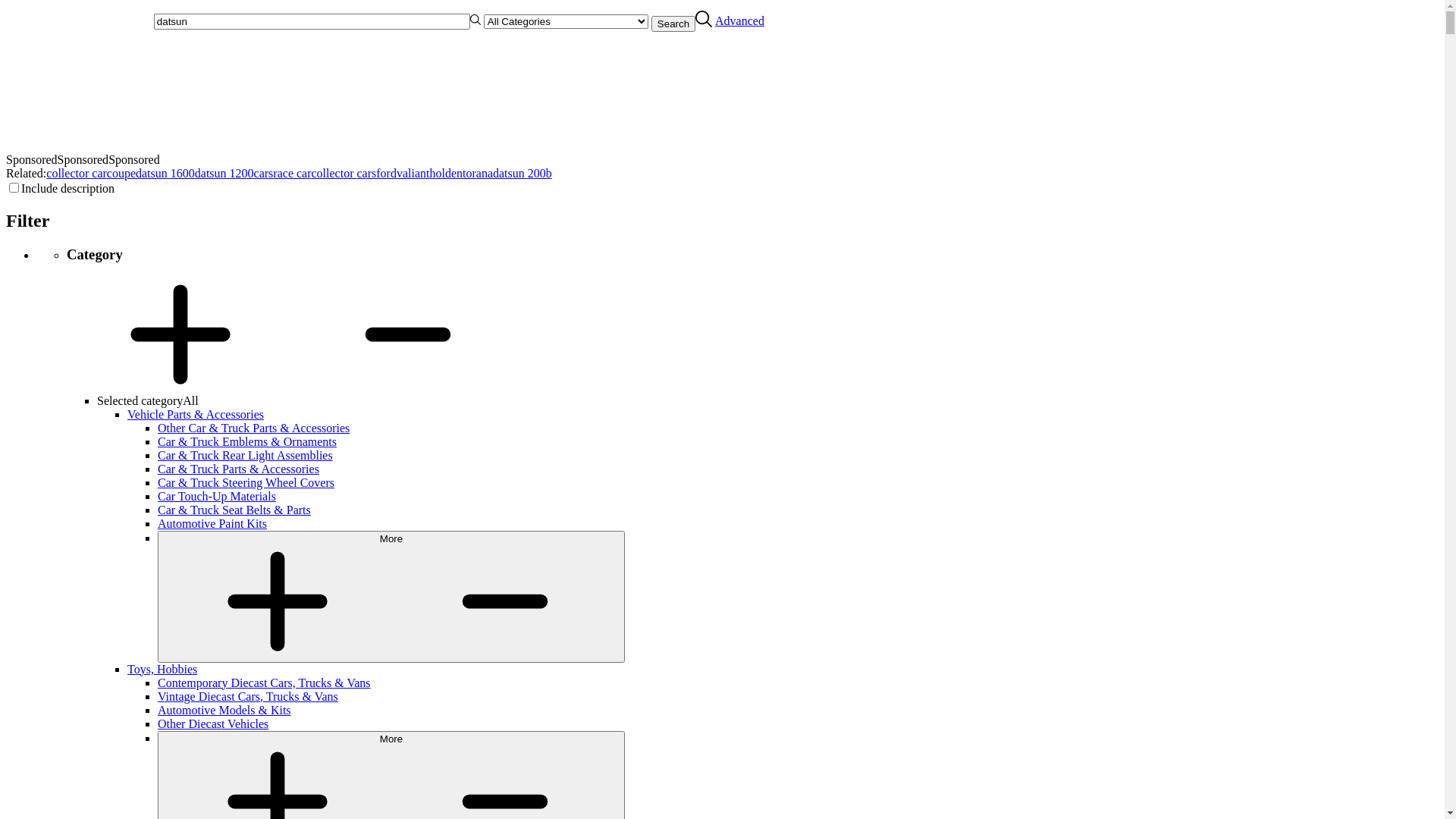 The width and height of the screenshot is (1456, 819). I want to click on 'Vintage Diecast Cars, Trucks & Vans', so click(157, 696).